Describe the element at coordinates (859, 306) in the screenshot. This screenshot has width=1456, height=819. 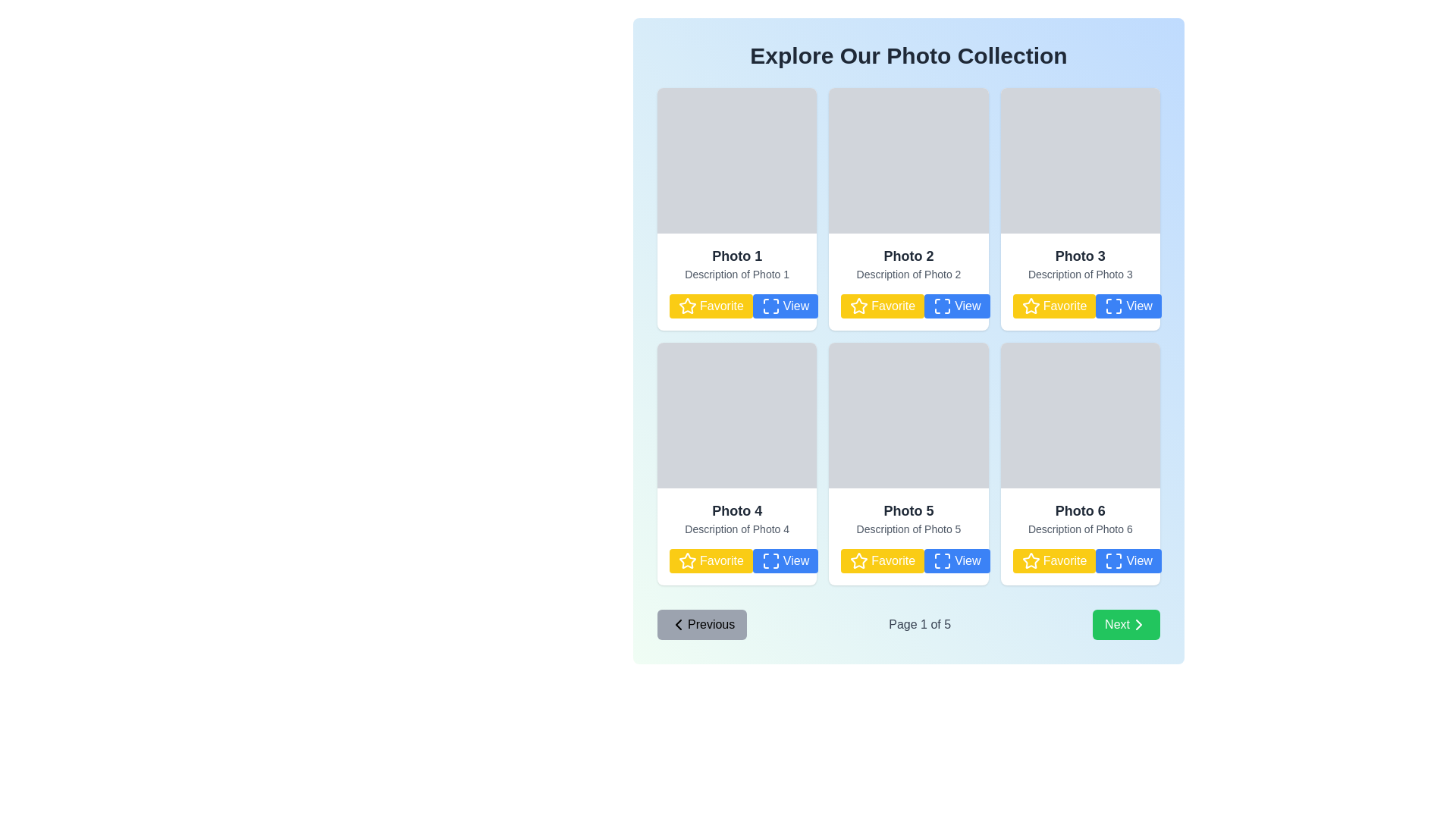
I see `the favorite icon located on the second card in the top row of the grid layout` at that location.